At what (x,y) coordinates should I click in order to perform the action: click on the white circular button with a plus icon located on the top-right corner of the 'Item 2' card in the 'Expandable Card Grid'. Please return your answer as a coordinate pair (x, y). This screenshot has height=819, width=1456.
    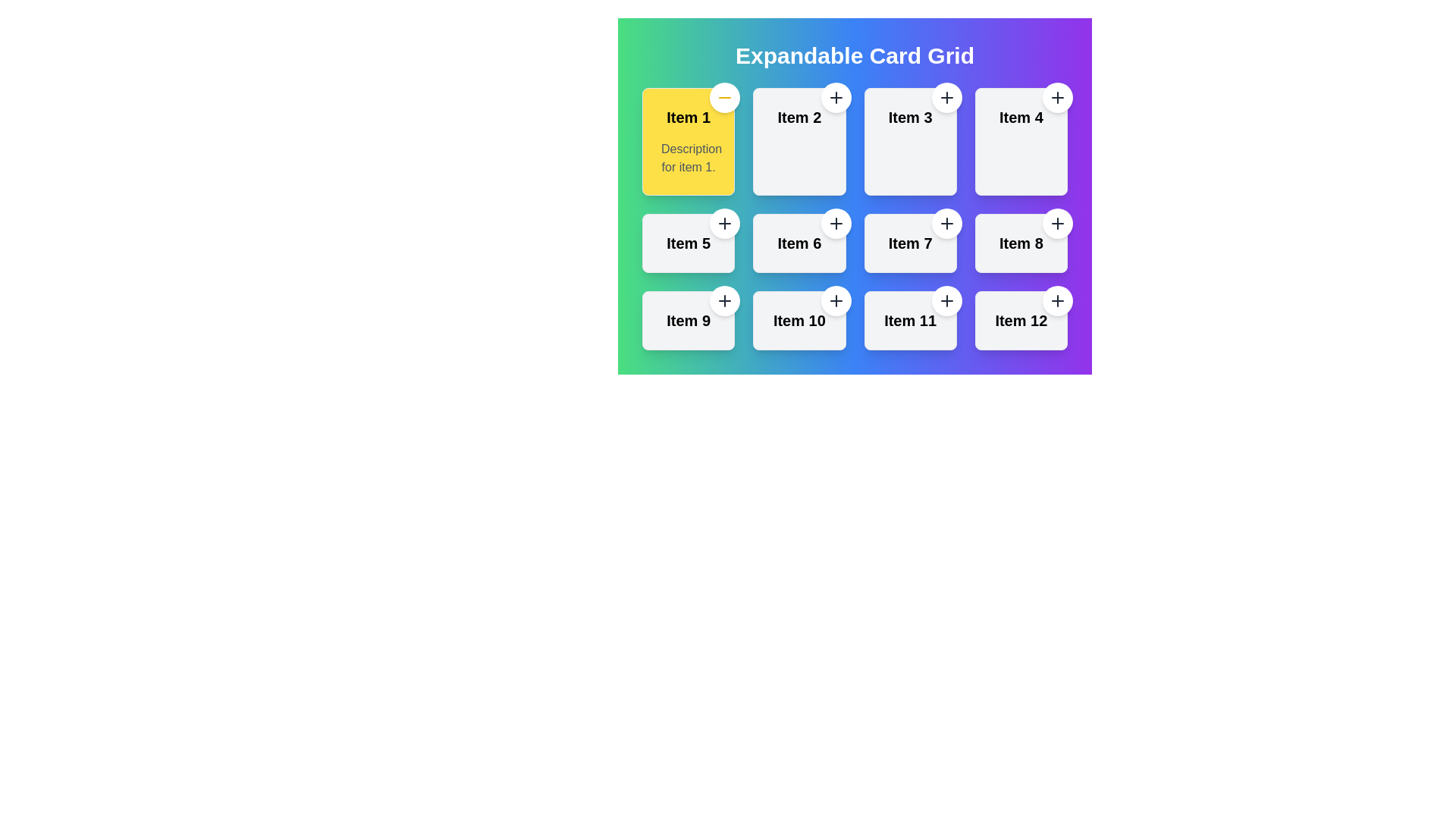
    Looking at the image, I should click on (835, 97).